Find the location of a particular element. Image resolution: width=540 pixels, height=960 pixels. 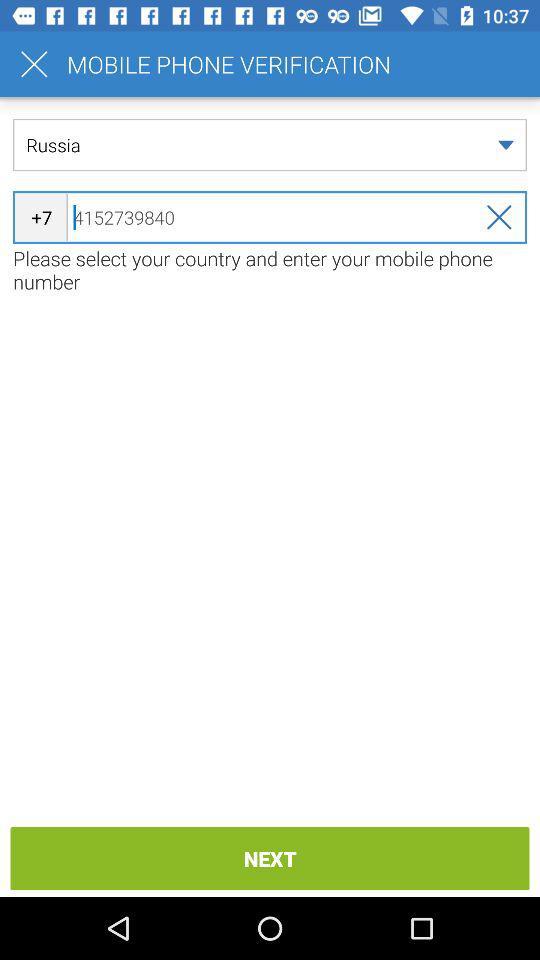

please select your icon is located at coordinates (270, 269).